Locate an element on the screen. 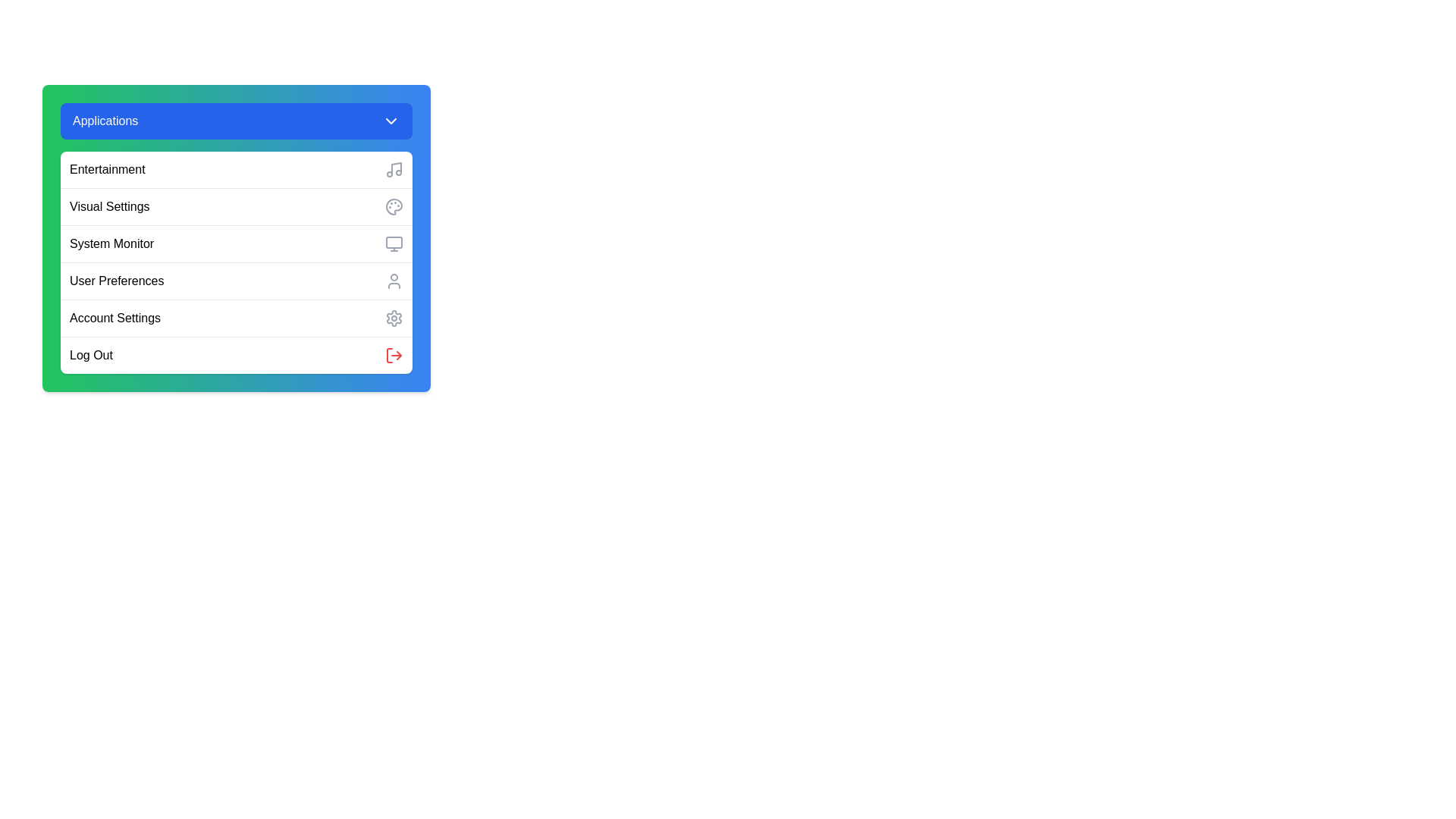  the menu item Account Settings to observe the interaction effect is located at coordinates (236, 317).